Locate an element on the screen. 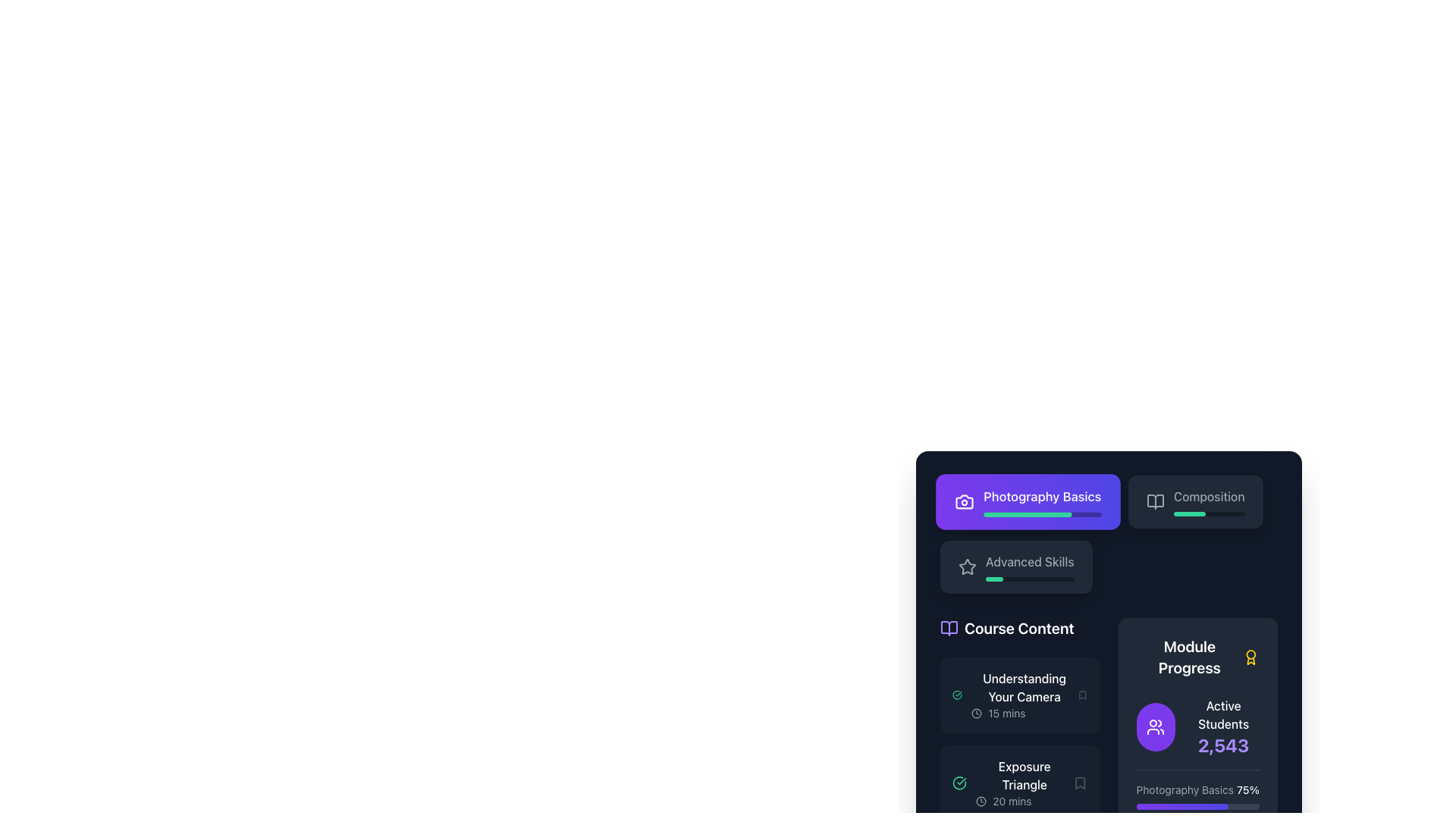  the list item titled 'Exposure Triangle', which indicates a completed course lesson is located at coordinates (1012, 783).